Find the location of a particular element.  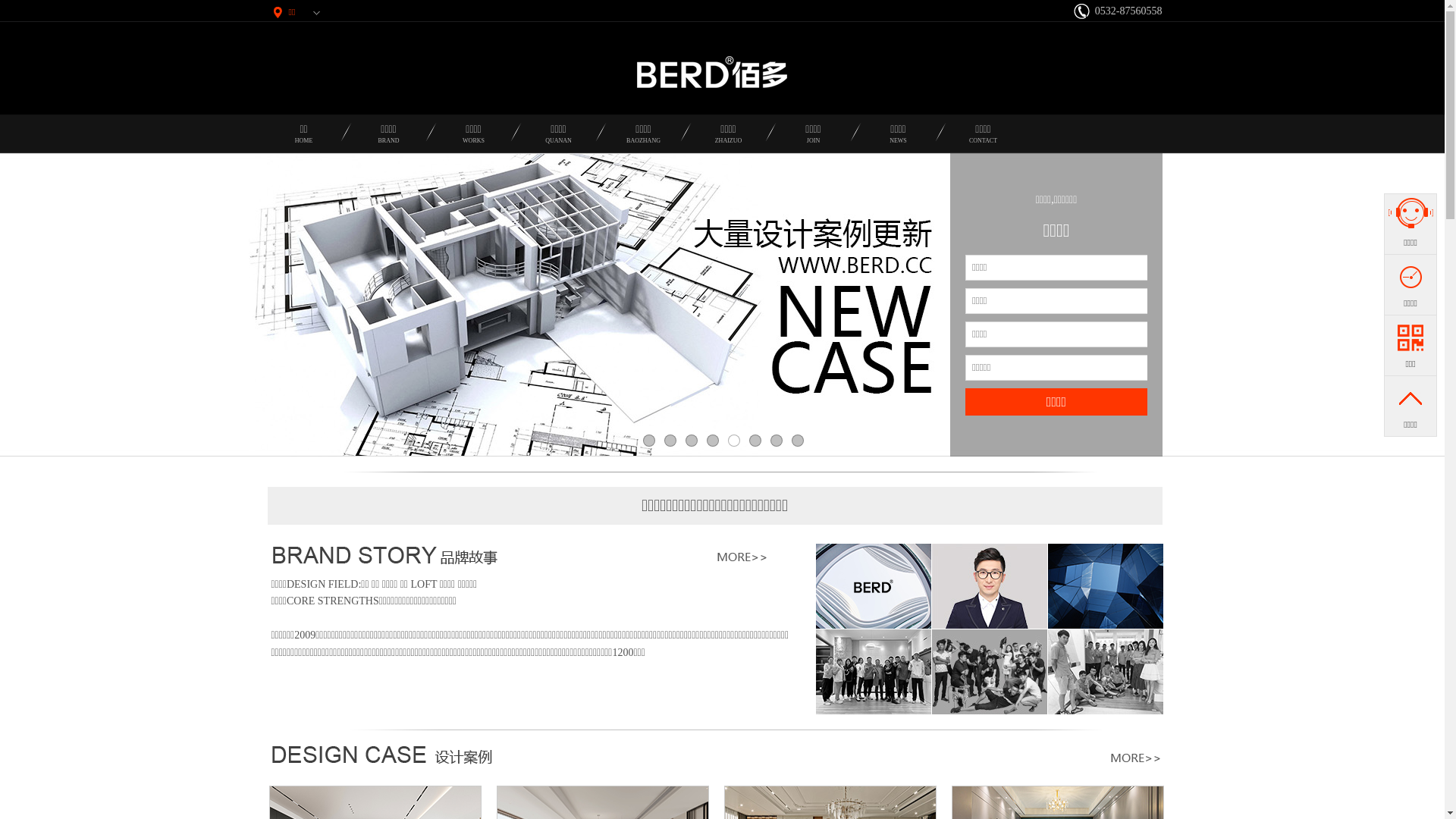

'7' is located at coordinates (776, 441).